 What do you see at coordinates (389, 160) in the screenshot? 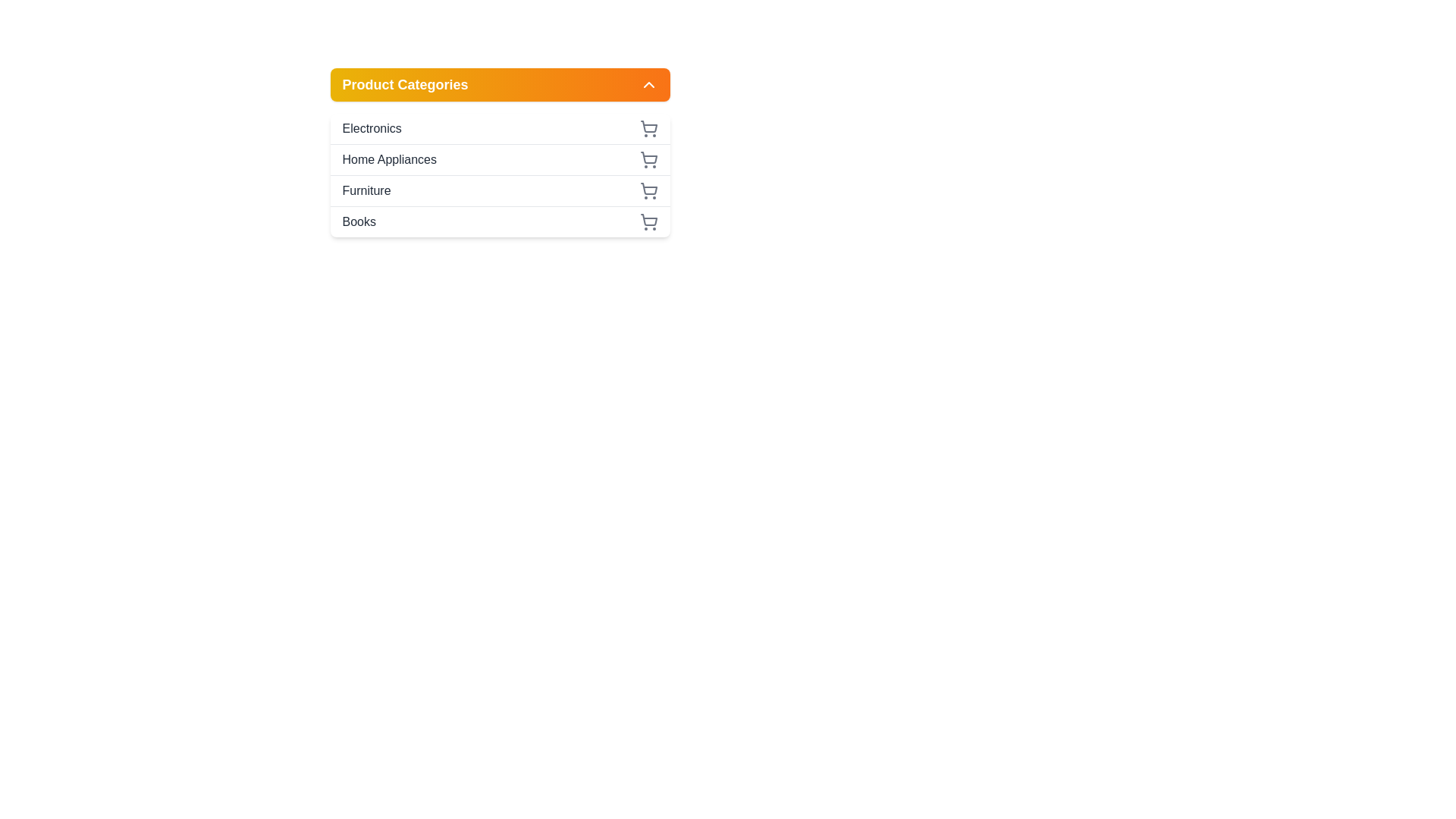
I see `the 'Home Appliances' text label, which is displayed in medium font size and dark gray color, located under the 'Product Categories' dropdown menu` at bounding box center [389, 160].